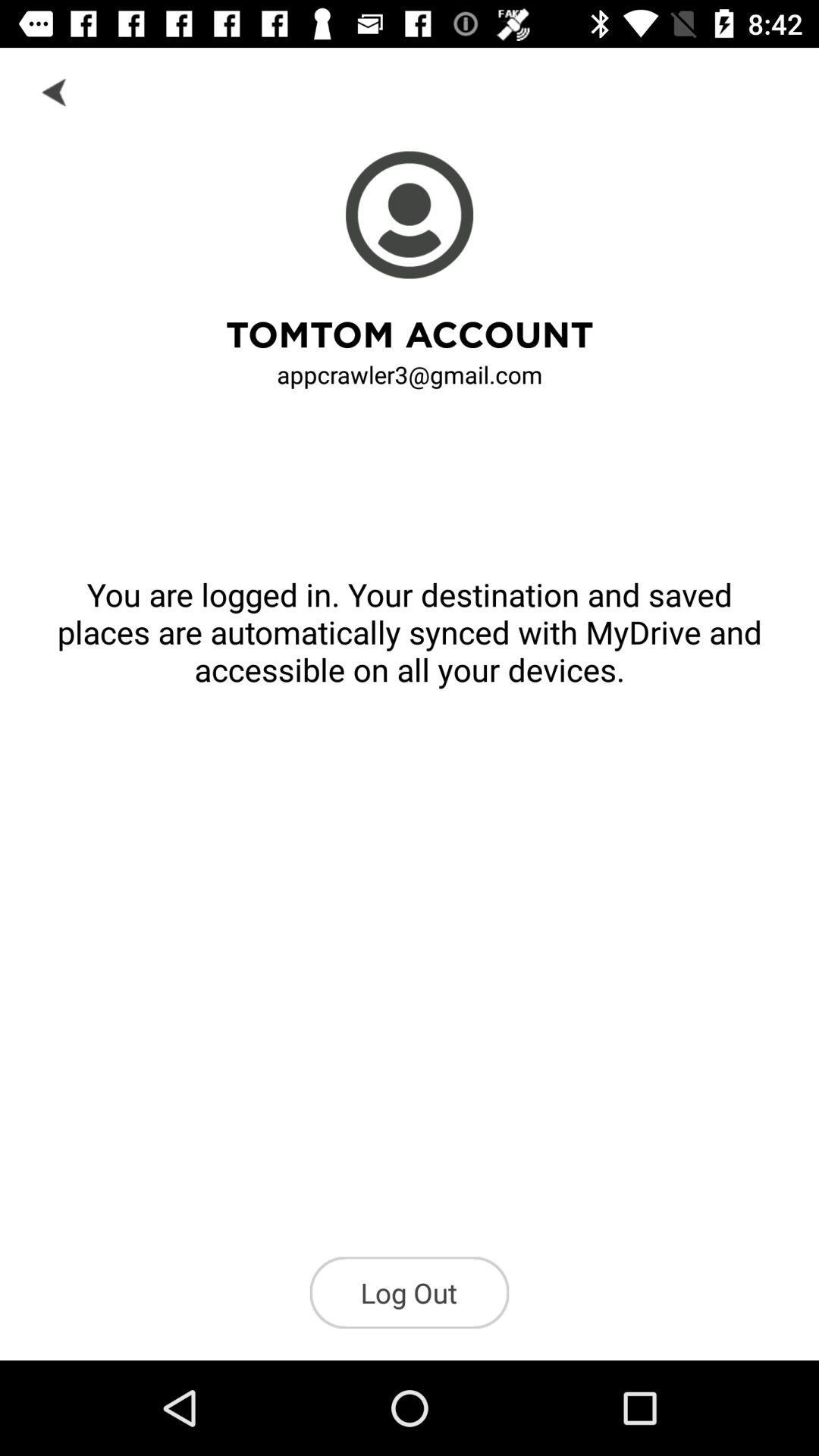 The width and height of the screenshot is (819, 1456). Describe the element at coordinates (55, 90) in the screenshot. I see `go back` at that location.